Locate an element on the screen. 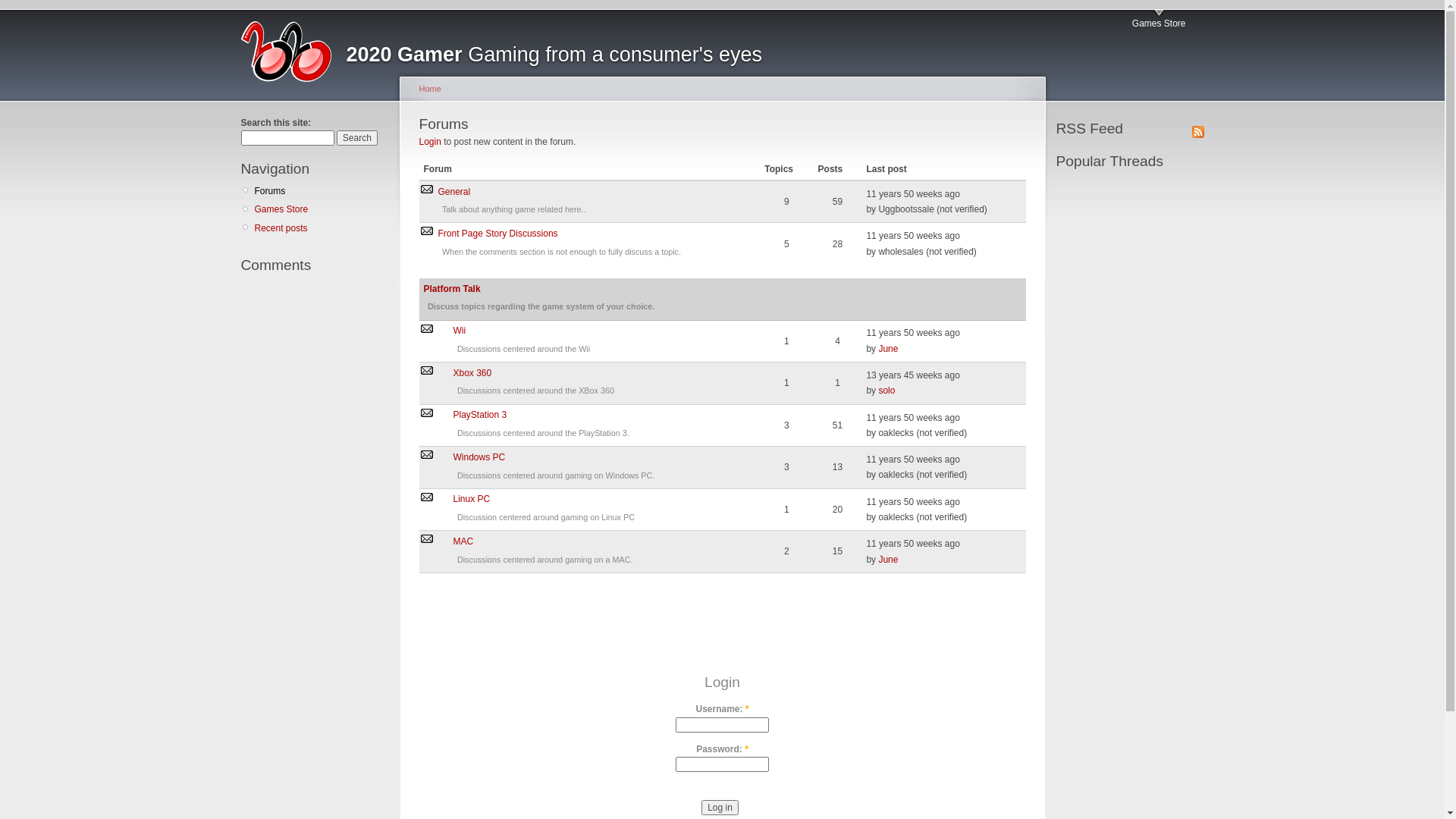  'Games Store' is located at coordinates (321, 209).